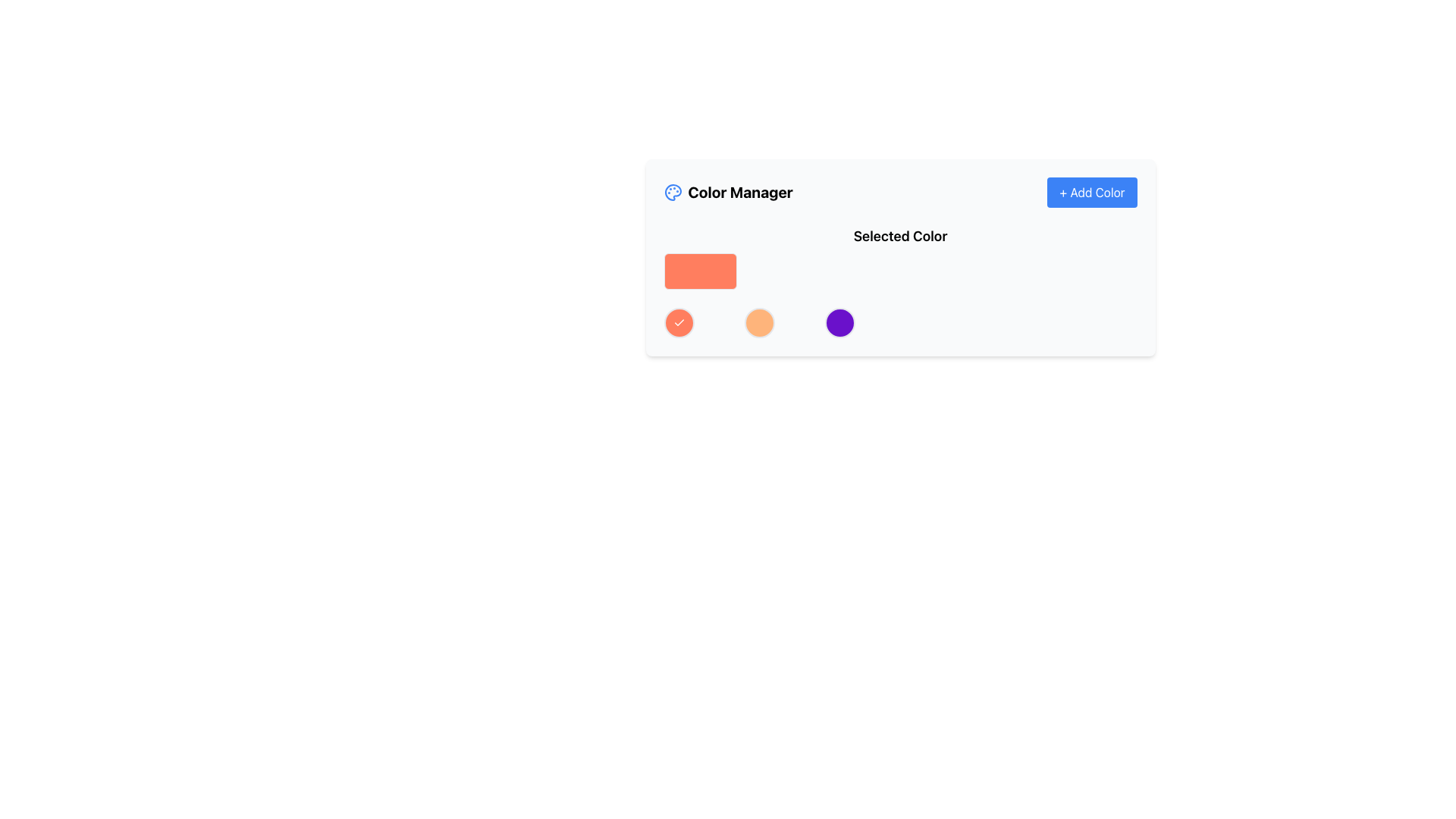 This screenshot has width=1456, height=819. Describe the element at coordinates (699, 271) in the screenshot. I see `the orange-red rectangular color selector element located in the 'Selected Color' group, positioned below the title text` at that location.